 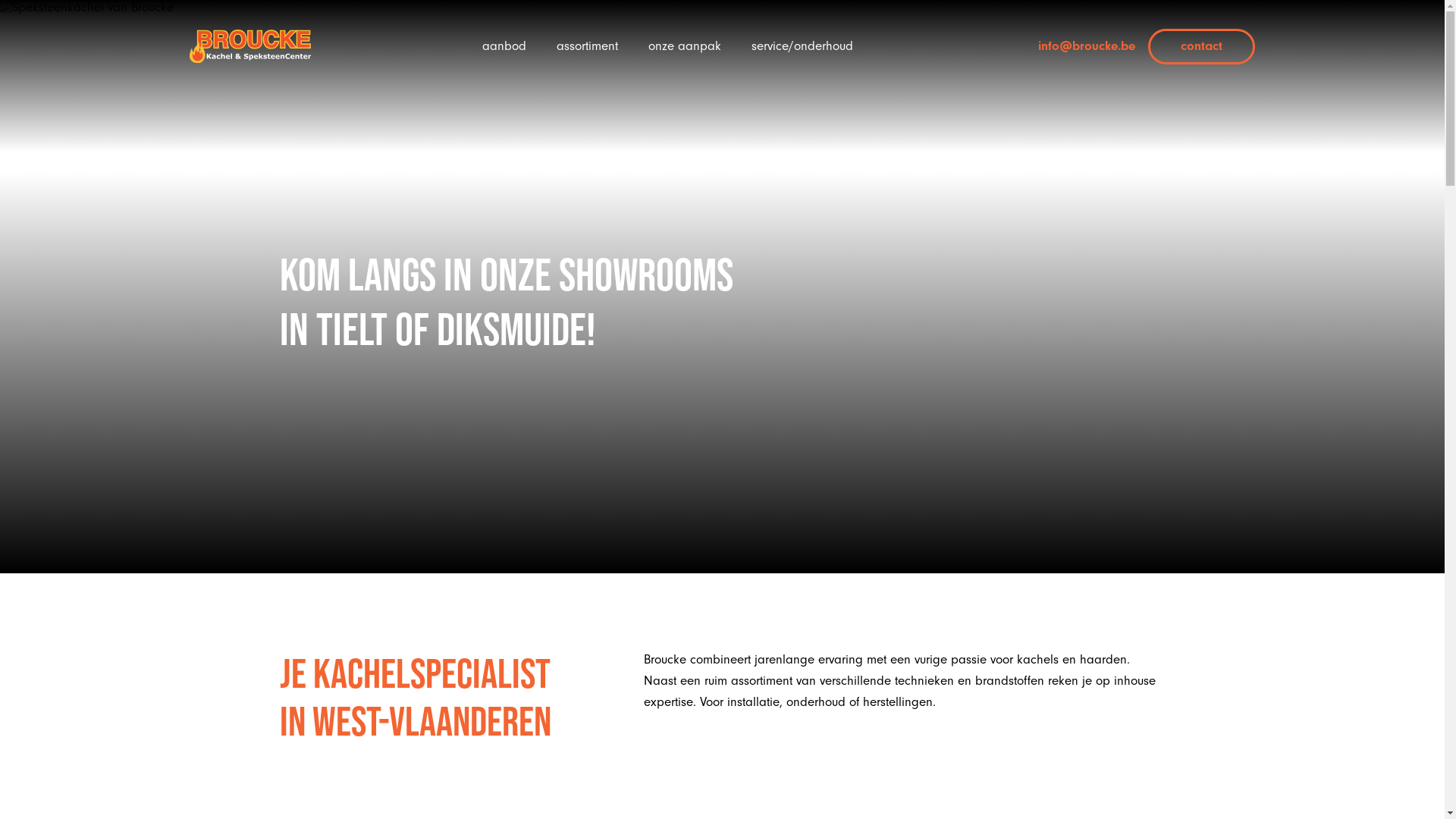 I want to click on 'service/onderhoud', so click(x=801, y=45).